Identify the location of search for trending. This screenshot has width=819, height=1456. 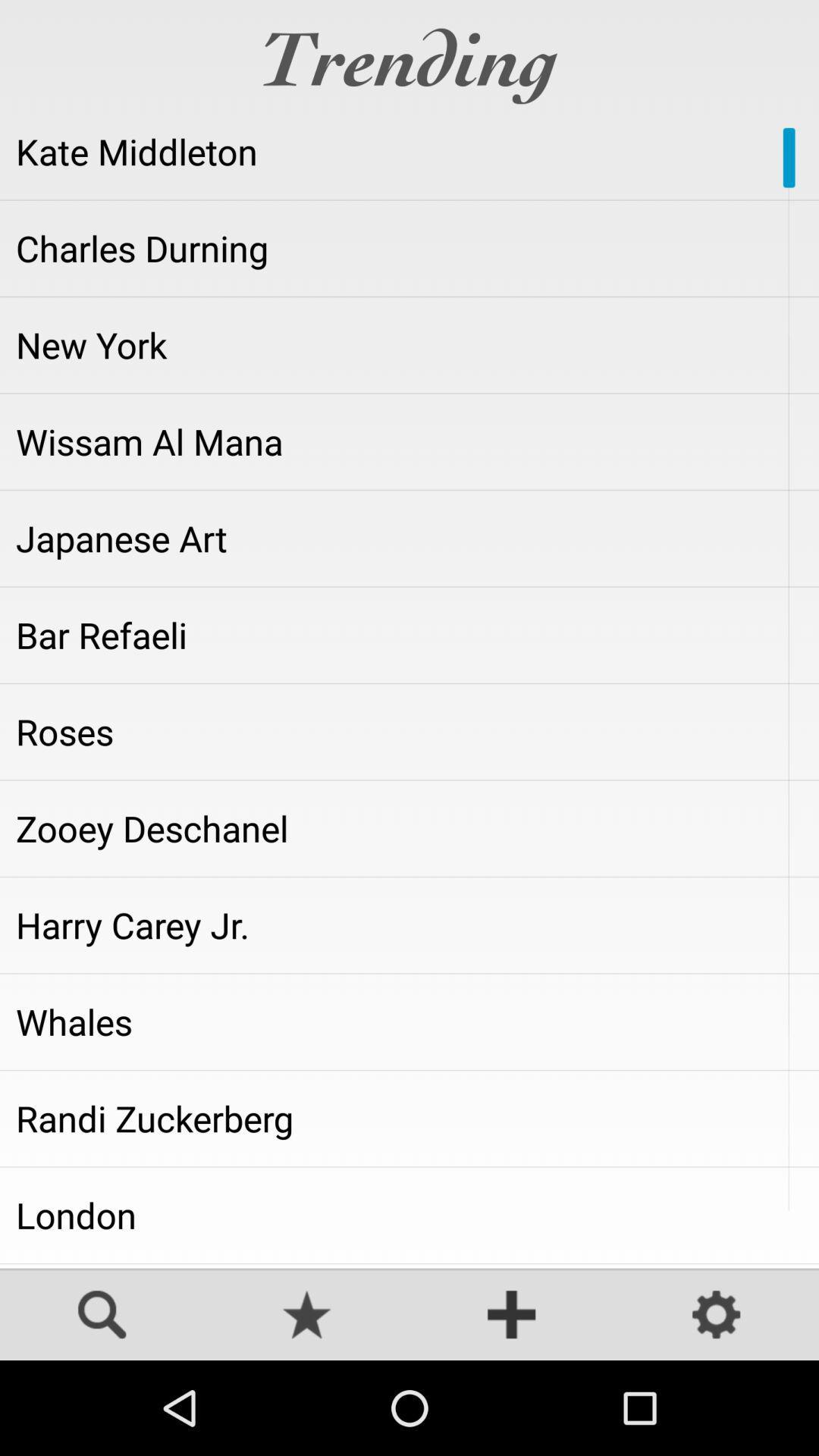
(102, 1316).